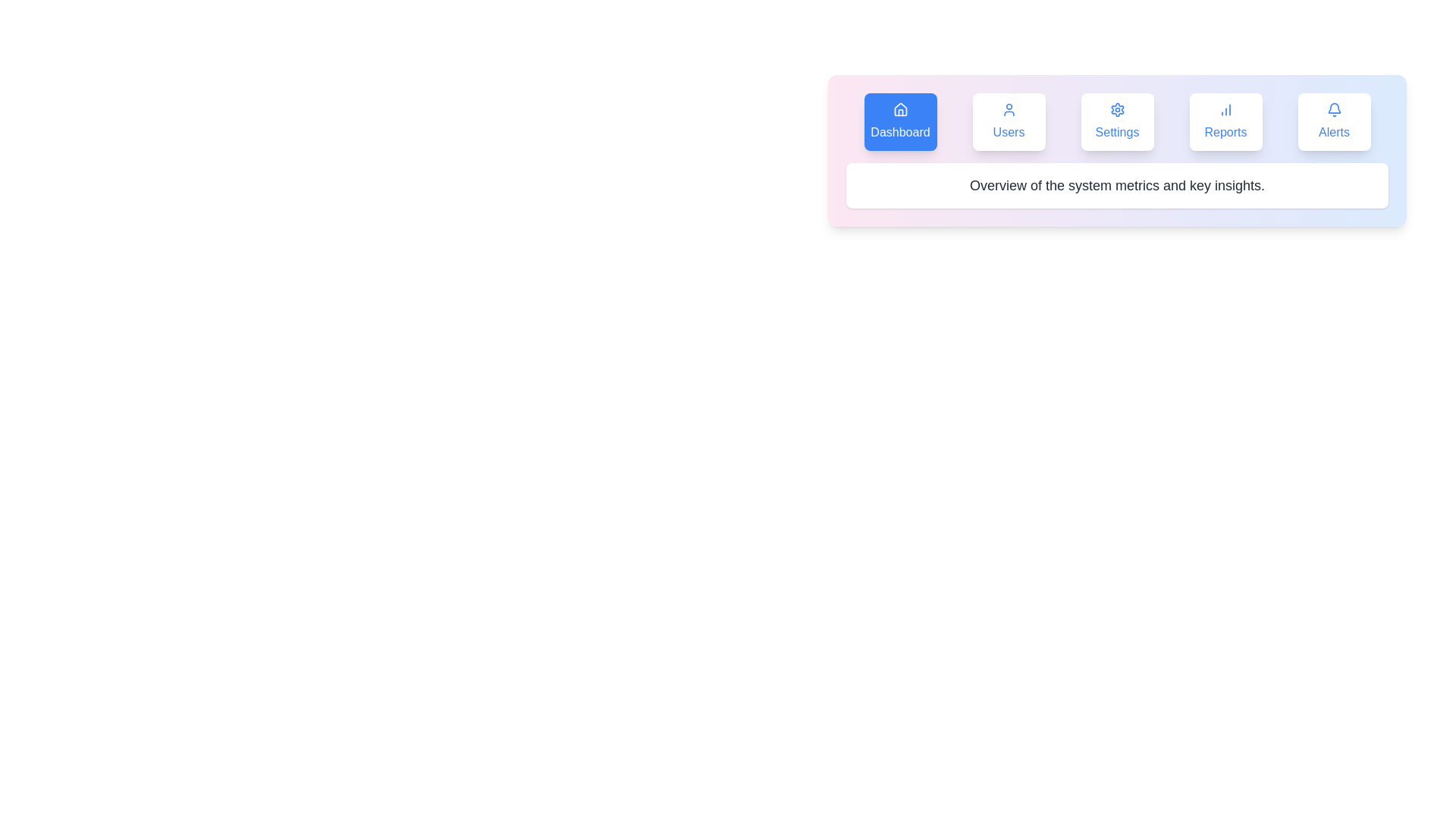 This screenshot has height=819, width=1456. Describe the element at coordinates (1333, 109) in the screenshot. I see `the outlined blue bell icon located at the top-center of the 'Alerts' button` at that location.